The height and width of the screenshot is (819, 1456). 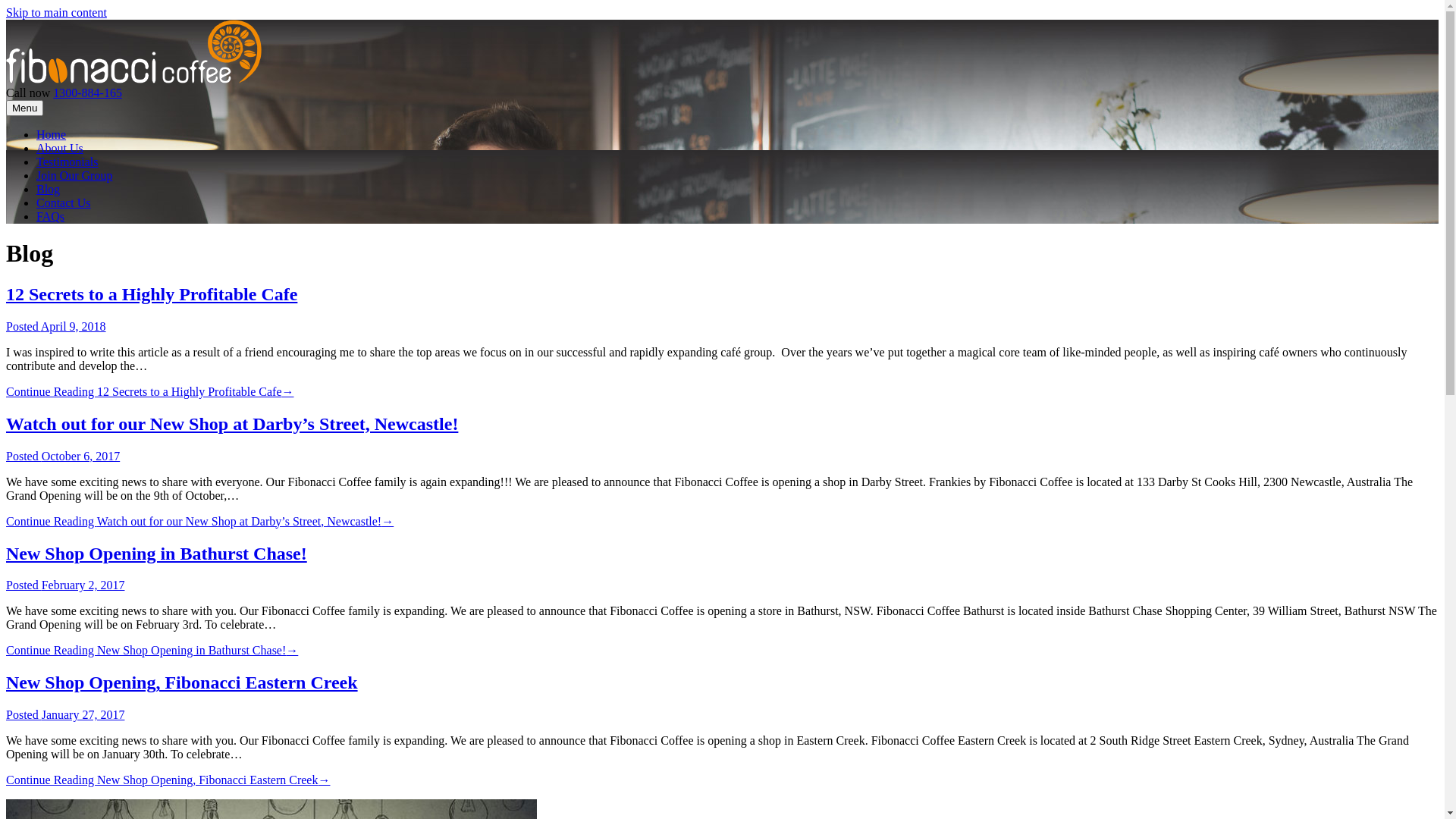 What do you see at coordinates (86, 93) in the screenshot?
I see `'1300-884-165'` at bounding box center [86, 93].